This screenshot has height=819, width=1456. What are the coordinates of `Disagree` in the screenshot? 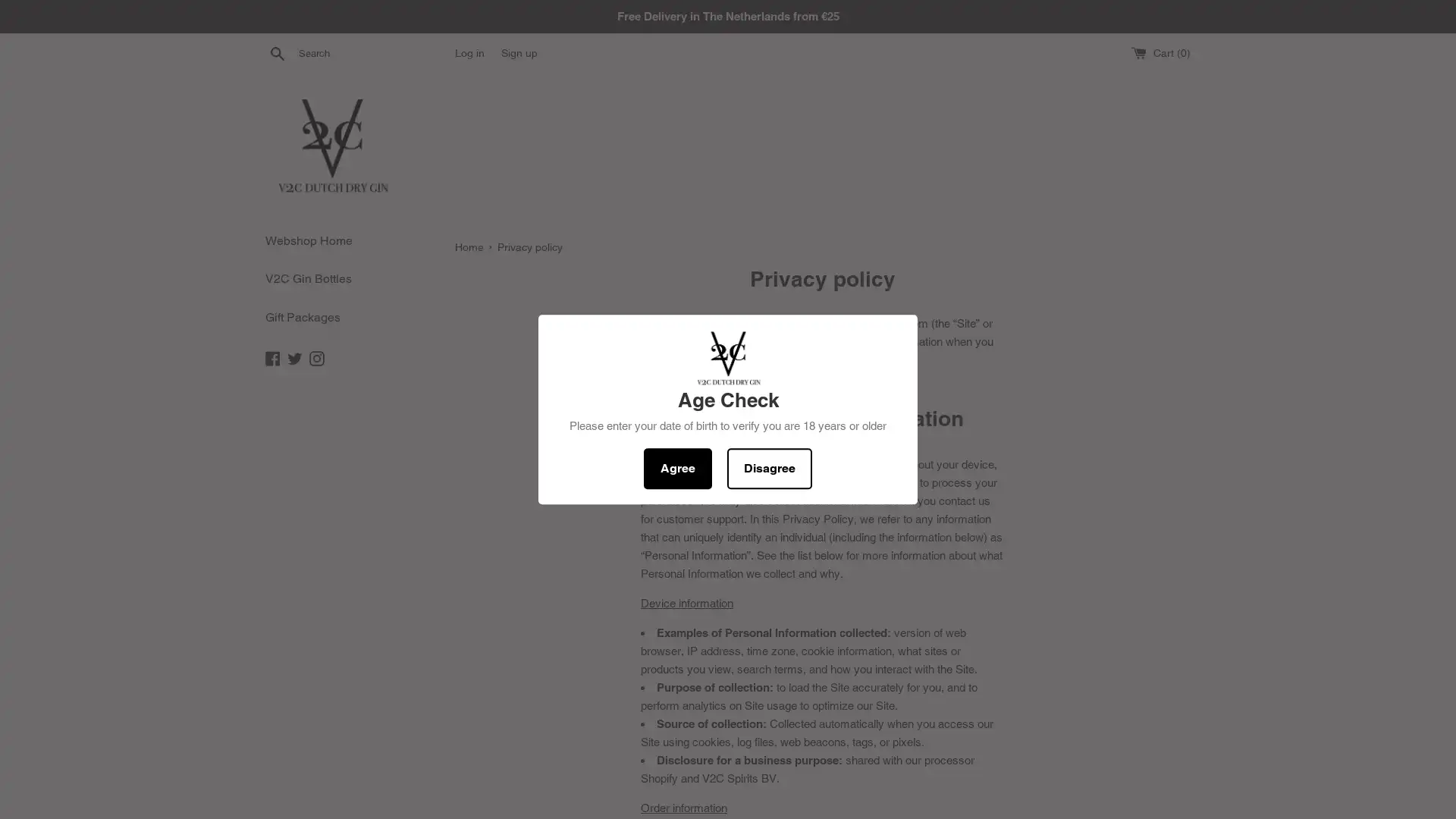 It's located at (769, 467).